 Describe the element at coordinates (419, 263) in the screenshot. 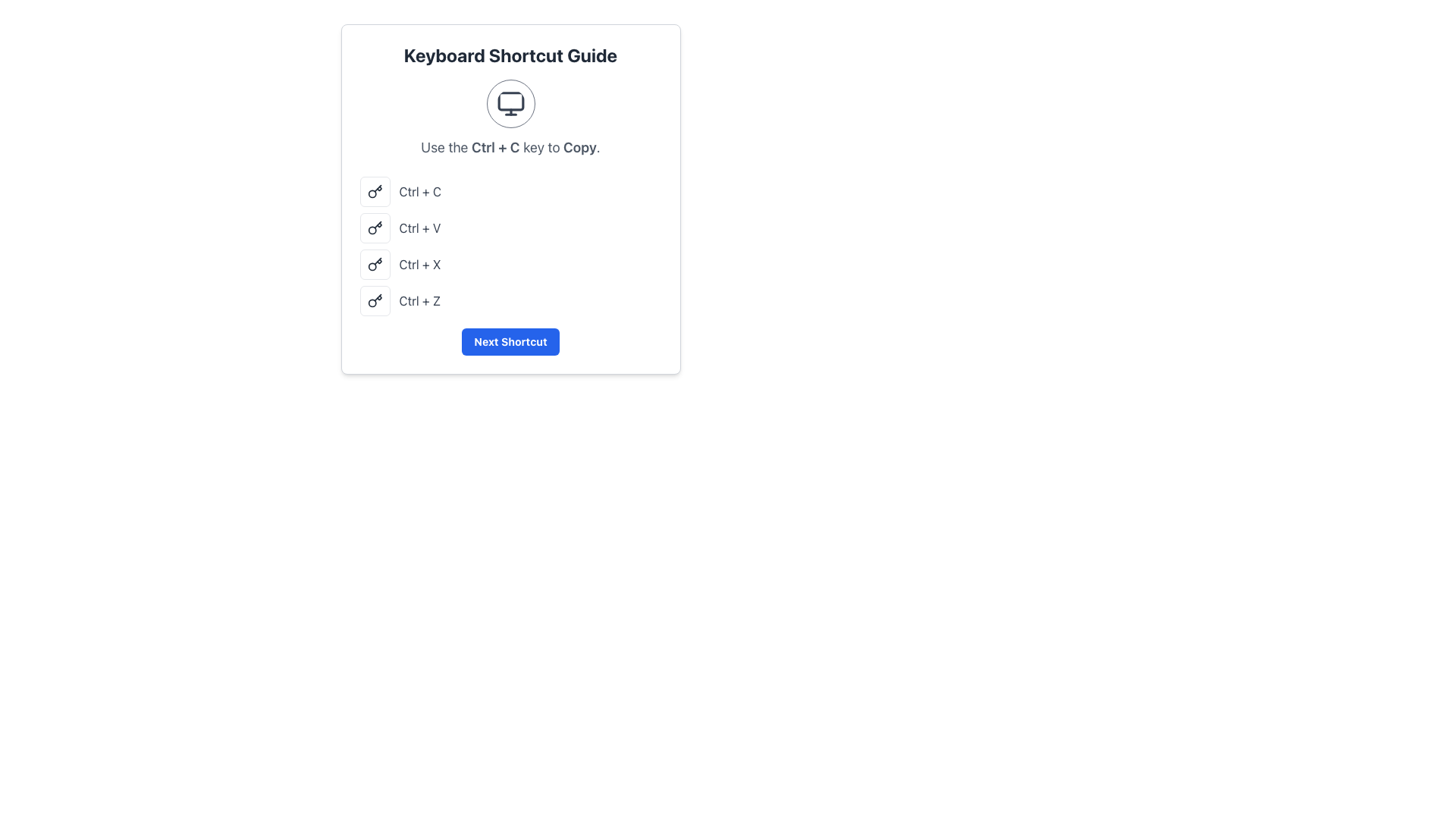

I see `the Text label that provides information about the 'Ctrl + X' keyboard shortcut, which is the third shortcut in the 'Keyboard Shortcut Guide', located between 'Ctrl + V' and 'Ctrl + Z'` at that location.